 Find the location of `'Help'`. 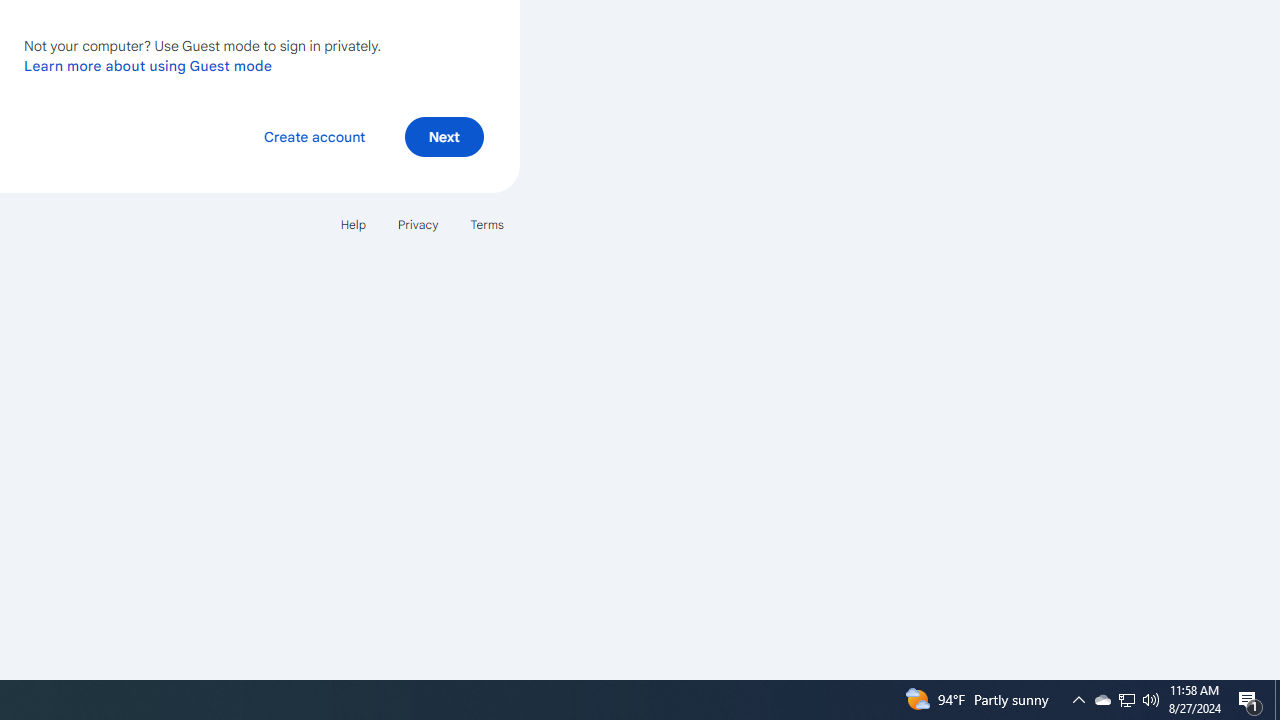

'Help' is located at coordinates (352, 224).